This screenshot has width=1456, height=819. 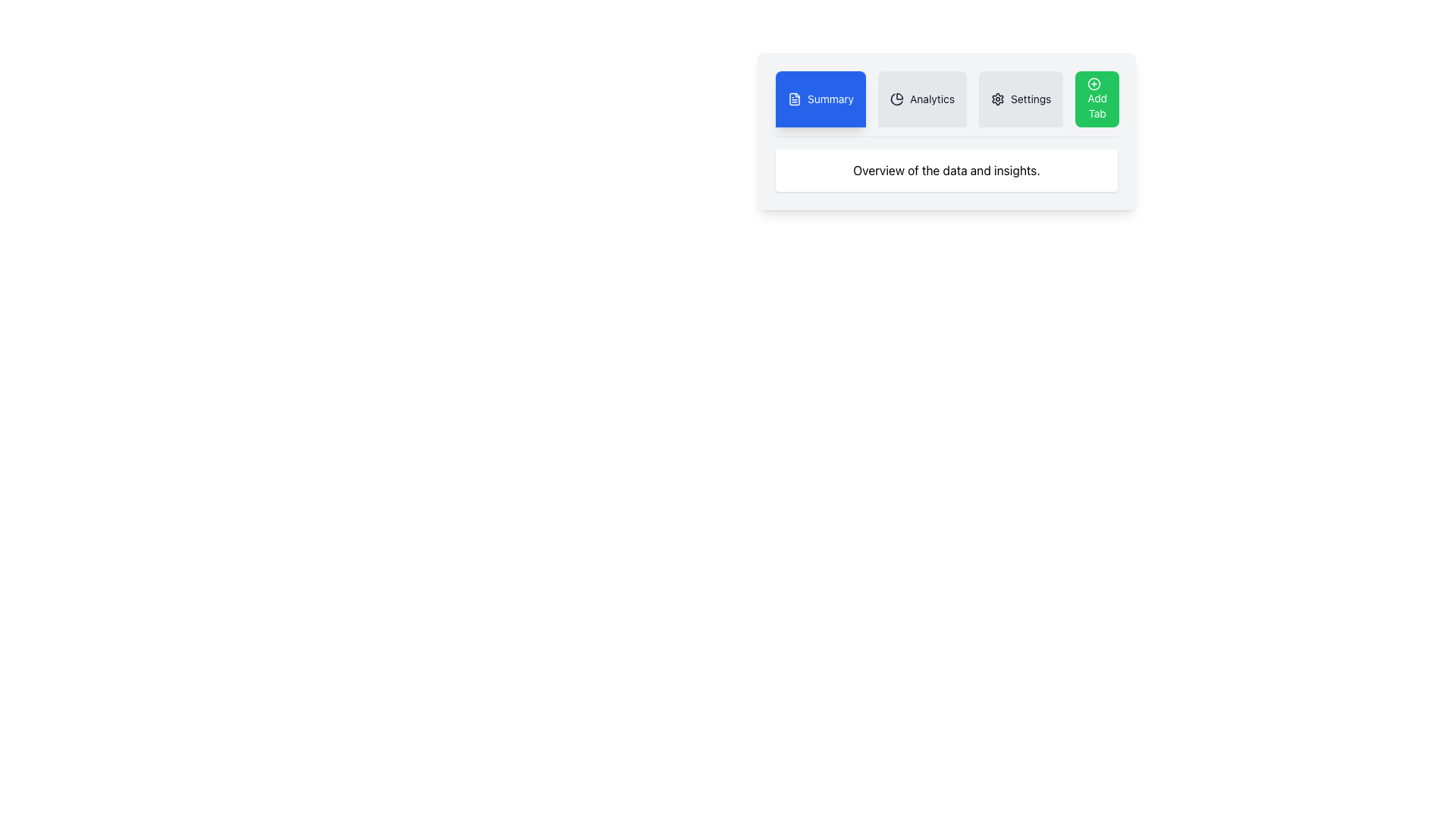 I want to click on the circular icon representing the addition action within the 'Add Tab' button located at the rightmost end of the navigation bar, so click(x=1094, y=84).